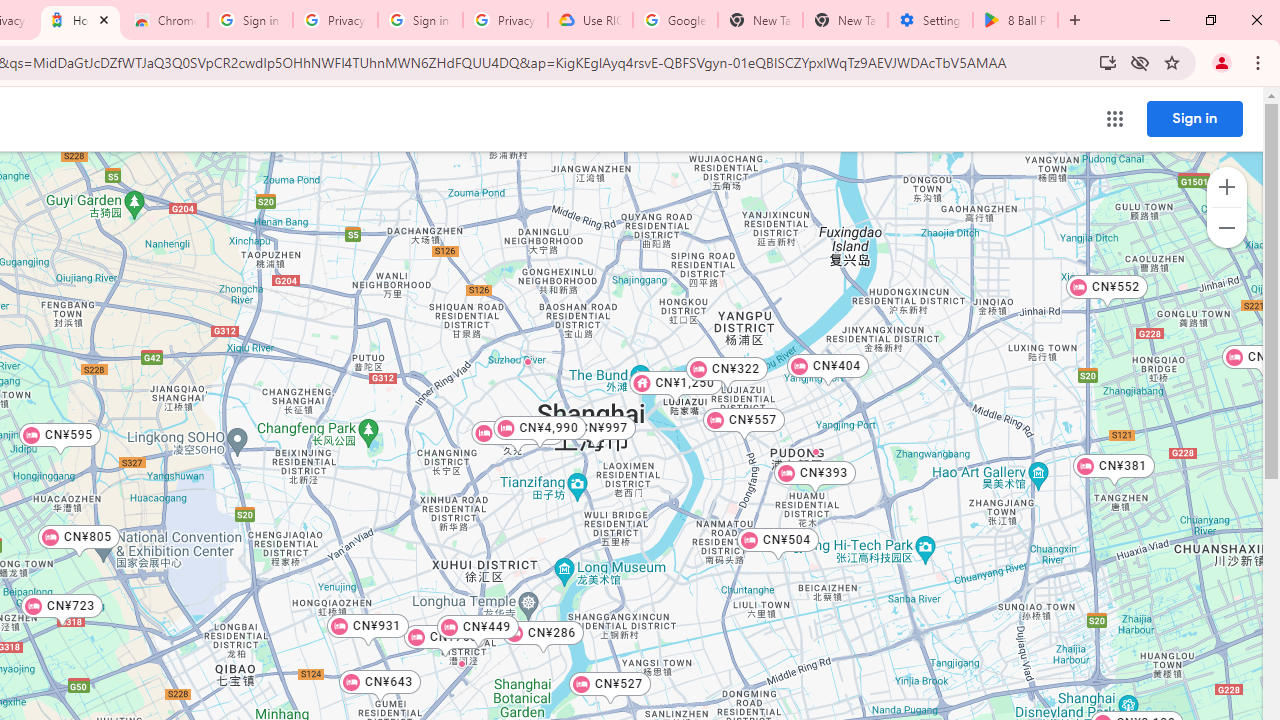  What do you see at coordinates (1225, 226) in the screenshot?
I see `'Zoom out map'` at bounding box center [1225, 226].